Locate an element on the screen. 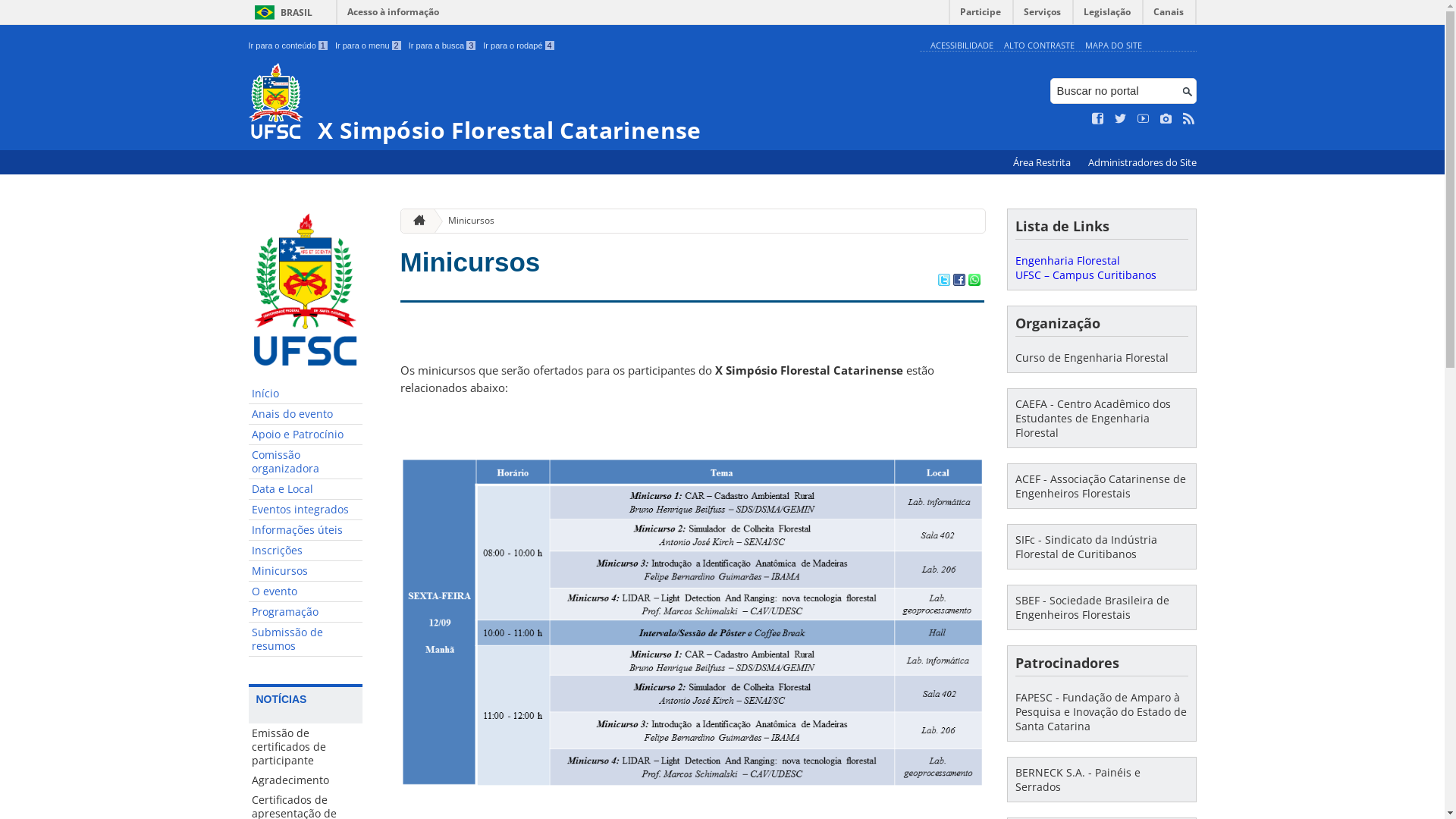 The image size is (1456, 819). 'Canais' is located at coordinates (1143, 15).